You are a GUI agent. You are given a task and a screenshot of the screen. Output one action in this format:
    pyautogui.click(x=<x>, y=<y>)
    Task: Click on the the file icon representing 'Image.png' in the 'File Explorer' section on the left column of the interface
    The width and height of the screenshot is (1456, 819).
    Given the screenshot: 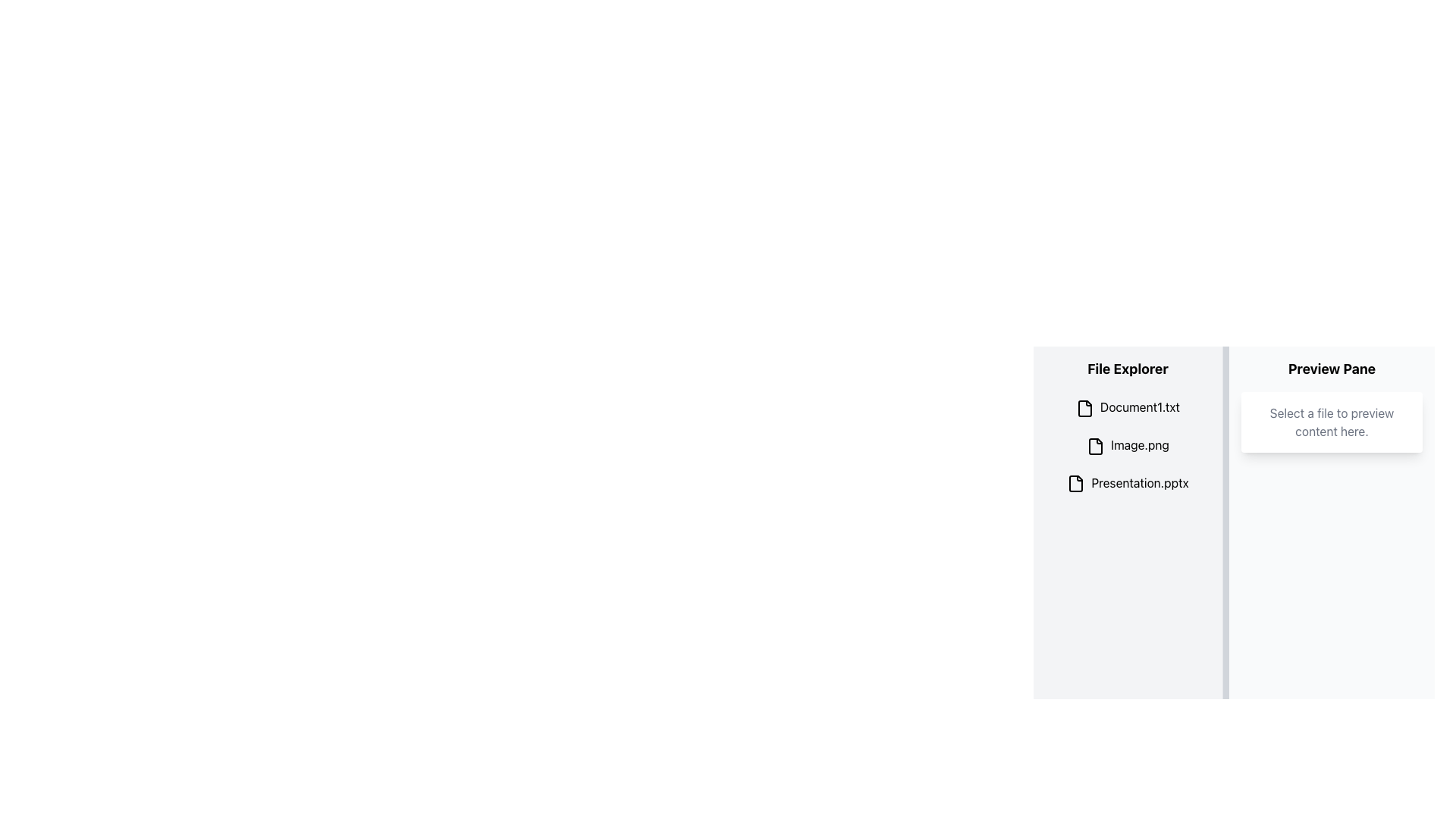 What is the action you would take?
    pyautogui.click(x=1096, y=445)
    